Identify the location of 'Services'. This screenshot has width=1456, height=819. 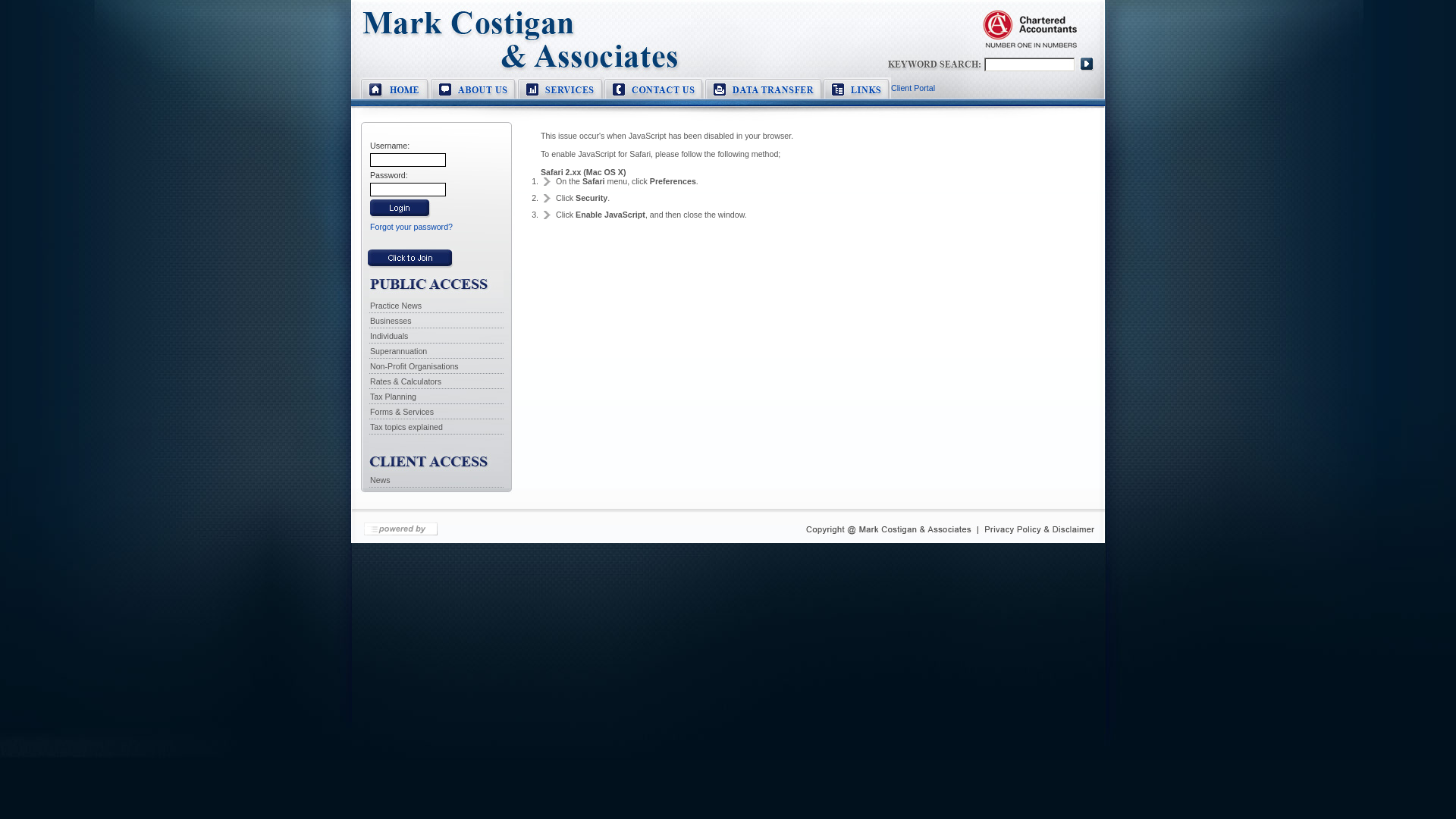
(560, 96).